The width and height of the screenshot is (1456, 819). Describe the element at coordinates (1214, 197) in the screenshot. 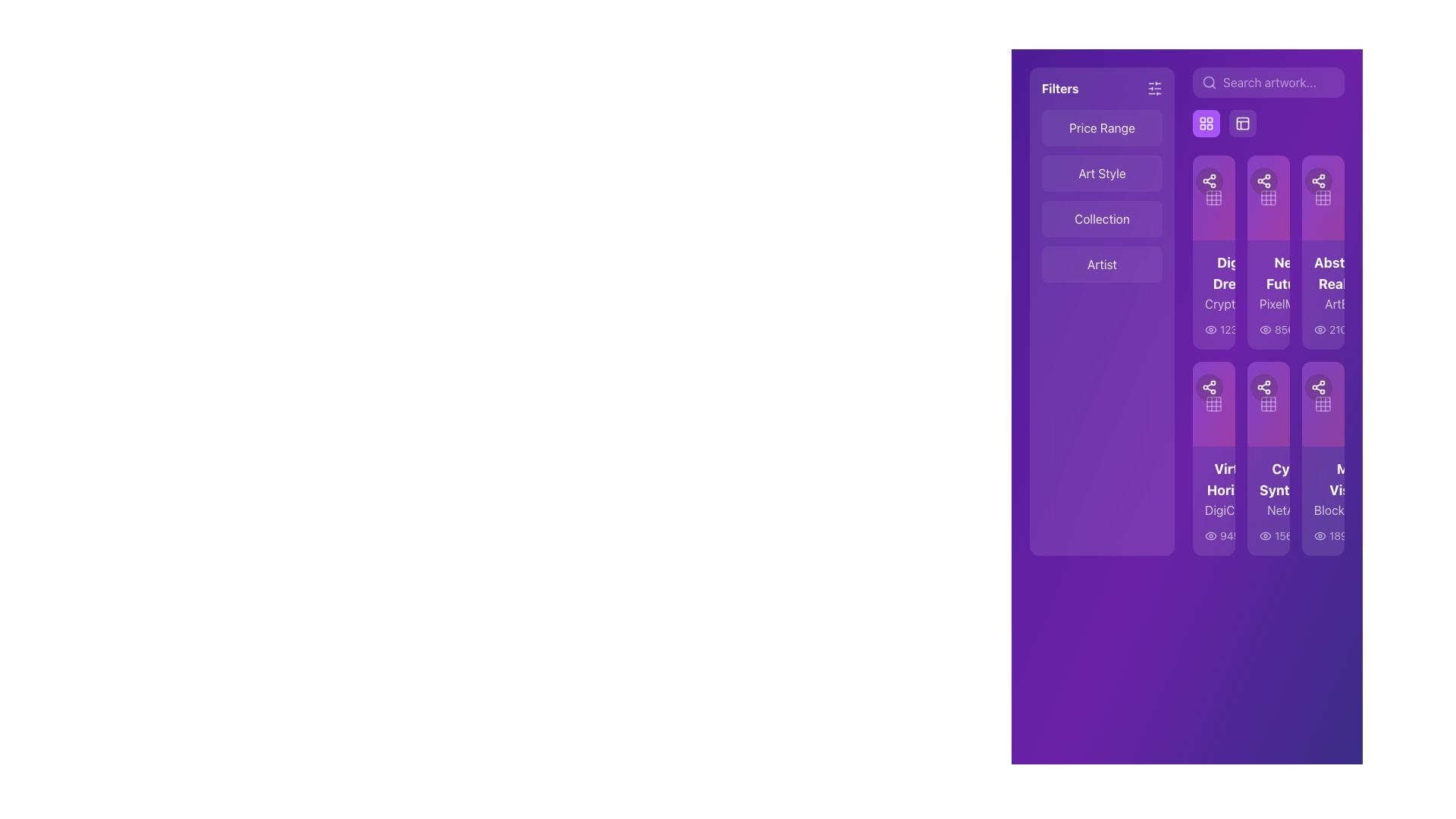

I see `the grid icon button located at the top-left corner of the card, which features a gradient background from purple to pink and a white grid icon in the center` at that location.